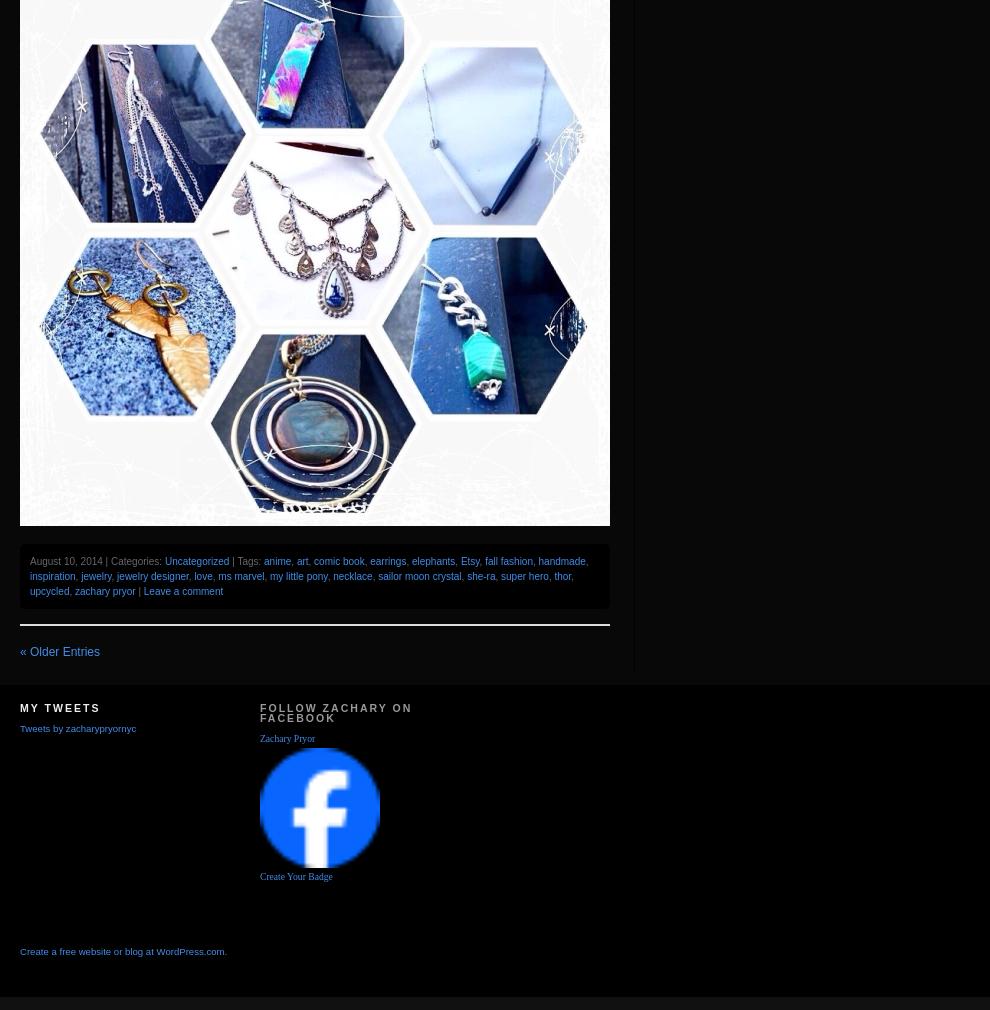  I want to click on 'my tweets', so click(59, 706).